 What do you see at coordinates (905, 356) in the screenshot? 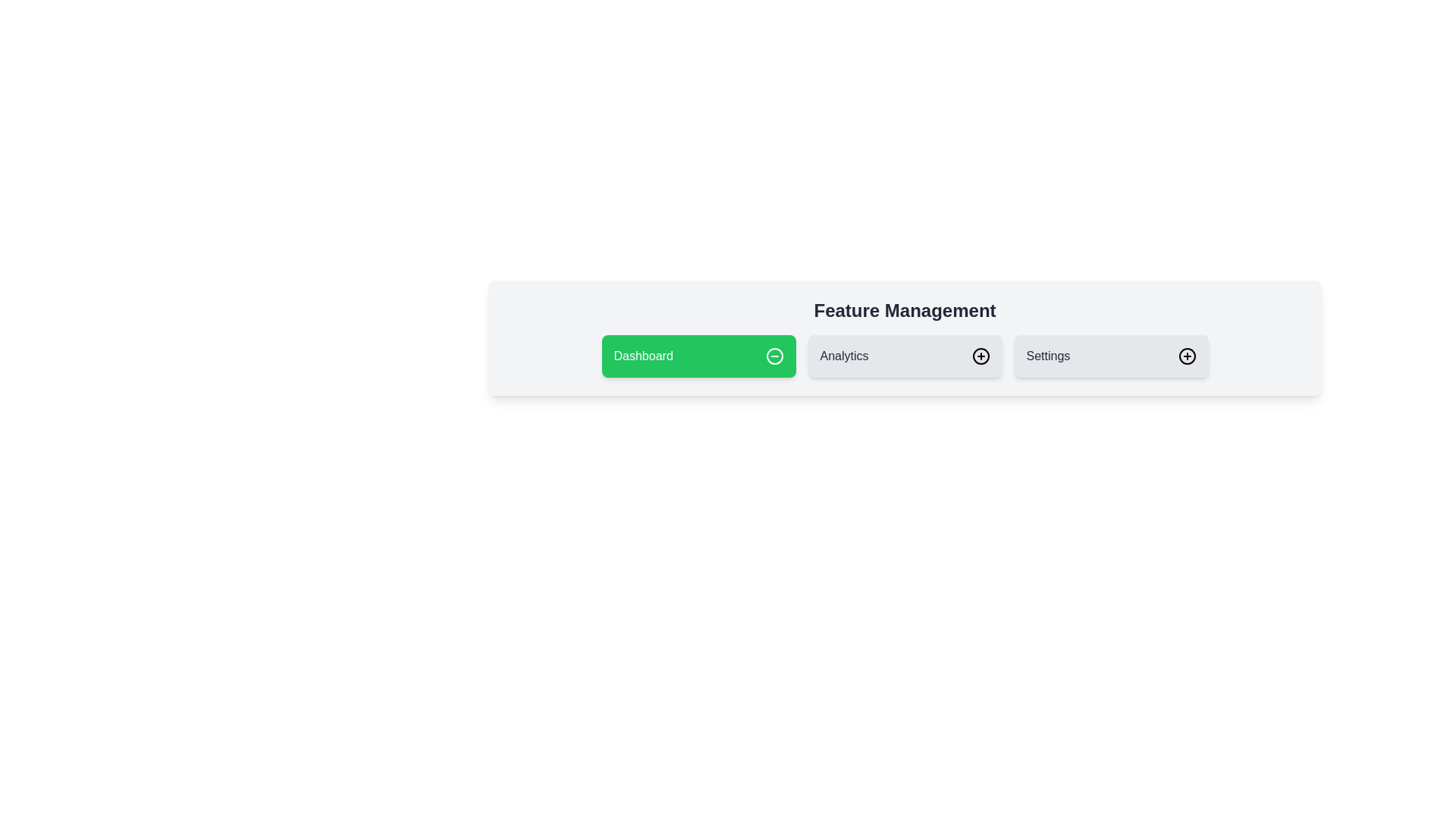
I see `the segmented control component, specifically` at bounding box center [905, 356].